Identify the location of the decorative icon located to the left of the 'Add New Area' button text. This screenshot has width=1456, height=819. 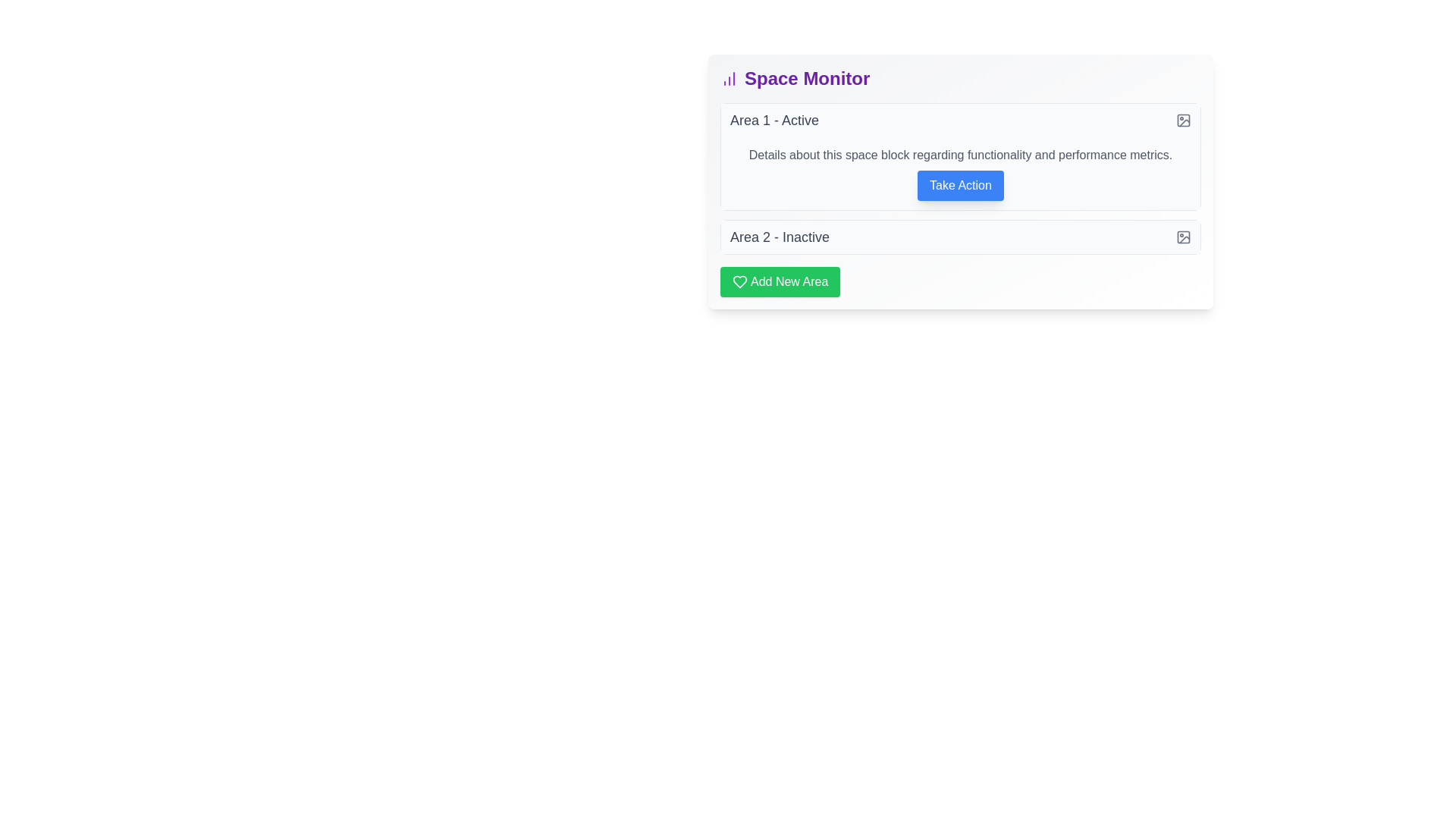
(739, 281).